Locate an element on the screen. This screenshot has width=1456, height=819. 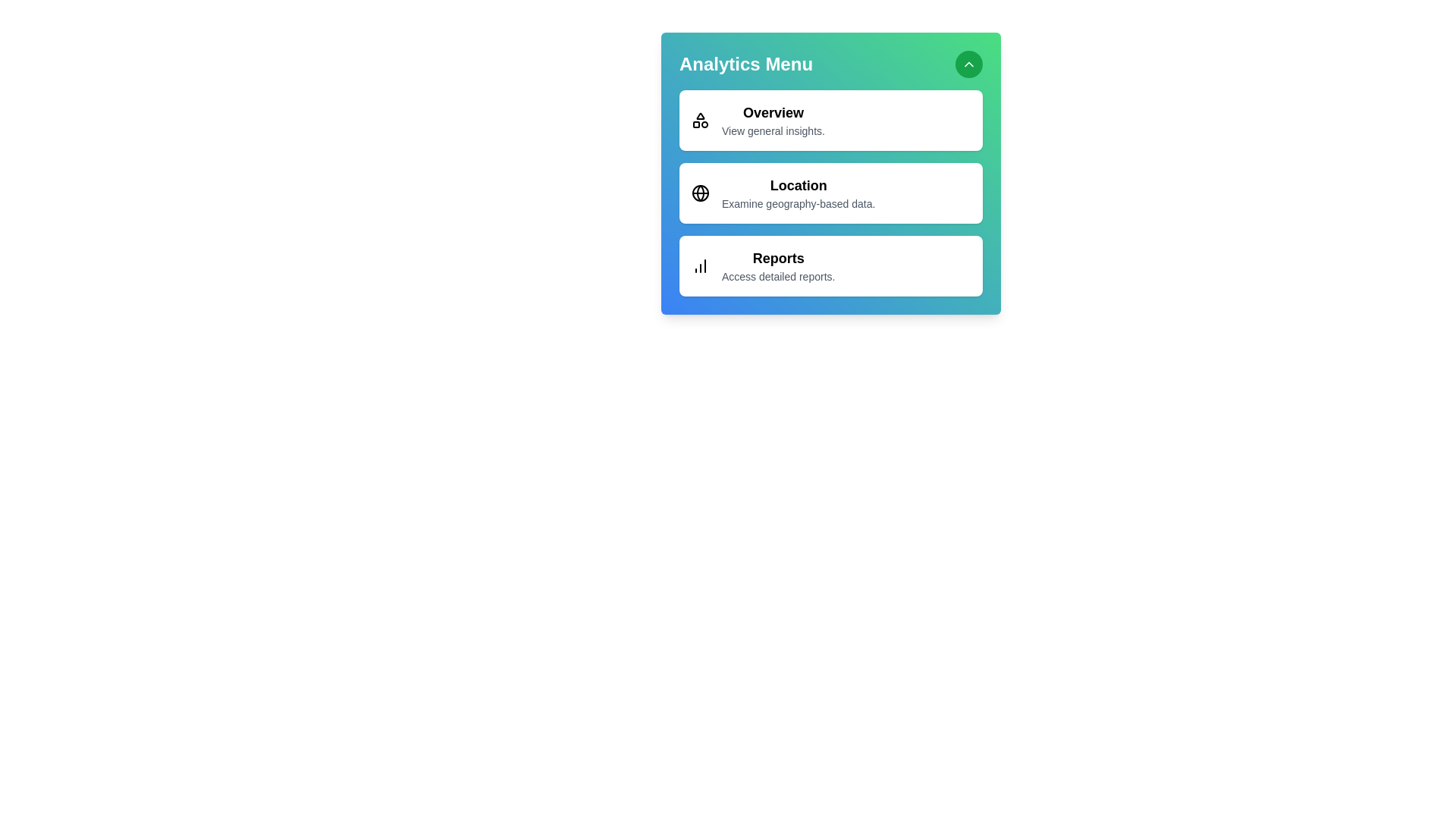
the menu item Overview to navigate to its associated section is located at coordinates (830, 119).